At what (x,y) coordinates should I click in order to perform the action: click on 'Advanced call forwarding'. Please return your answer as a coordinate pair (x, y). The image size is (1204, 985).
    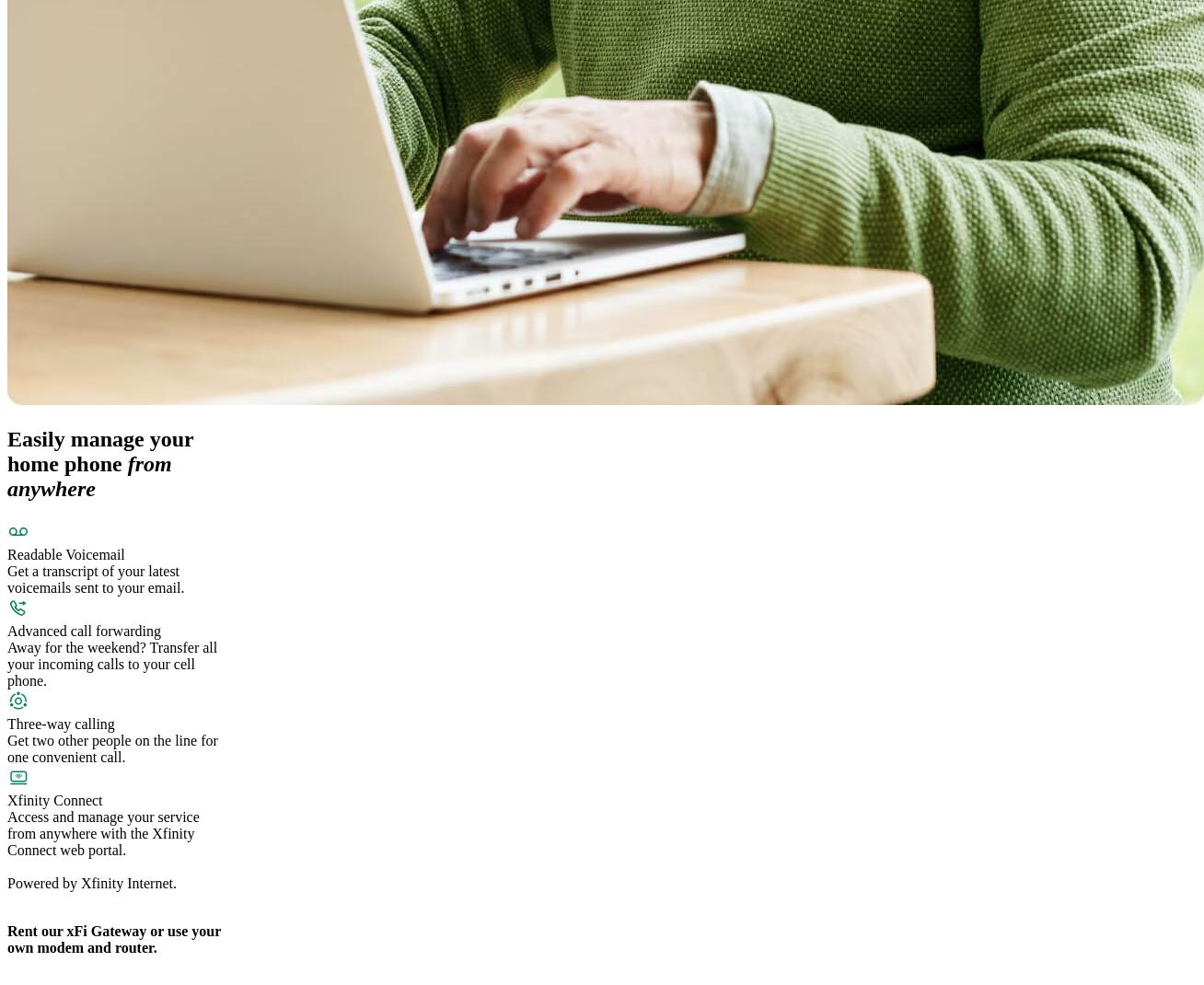
    Looking at the image, I should click on (83, 631).